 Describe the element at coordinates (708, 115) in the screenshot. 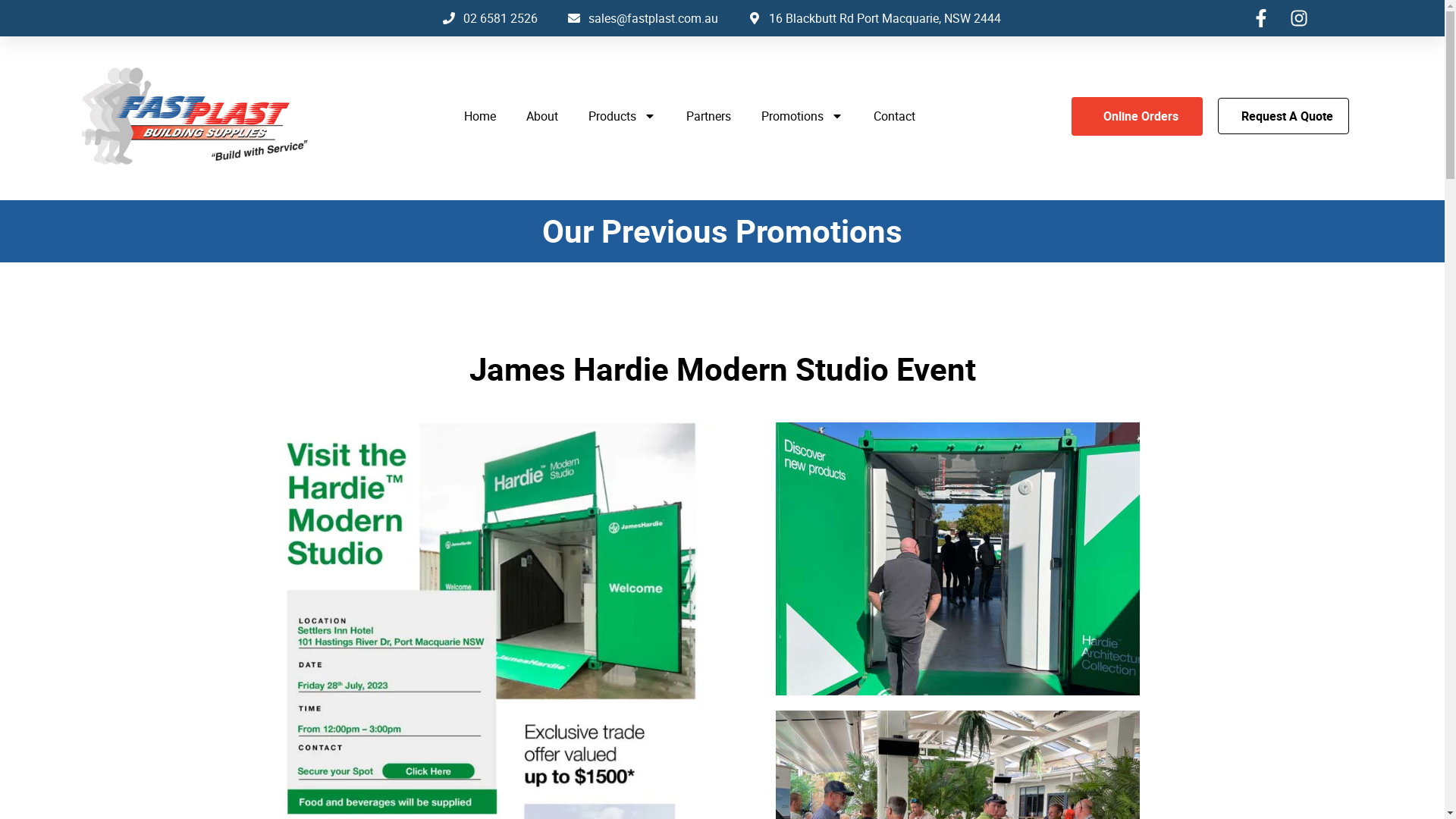

I see `'Partners'` at that location.